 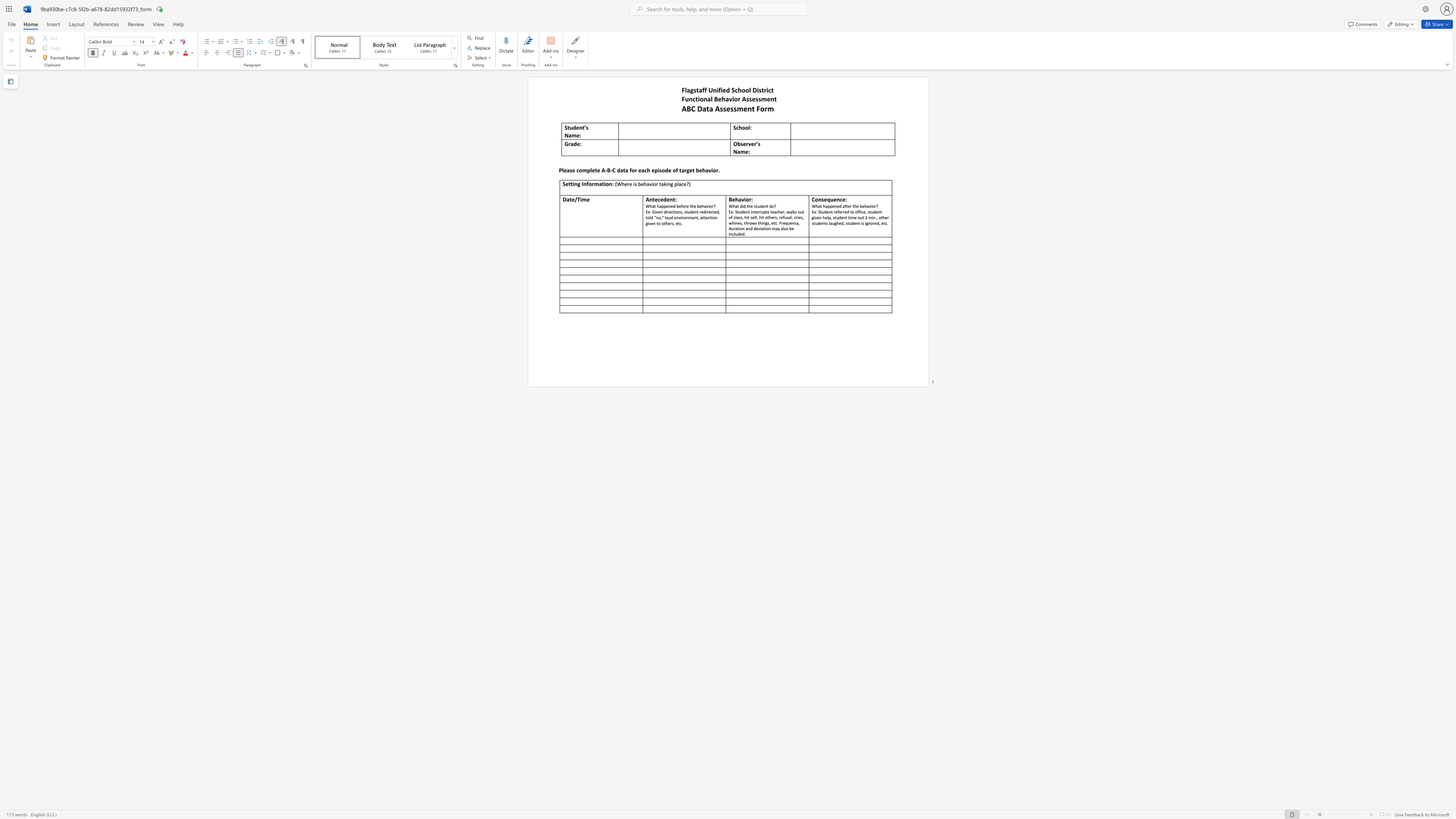 I want to click on the subset text "en" within the text "Antecedent:", so click(x=666, y=200).